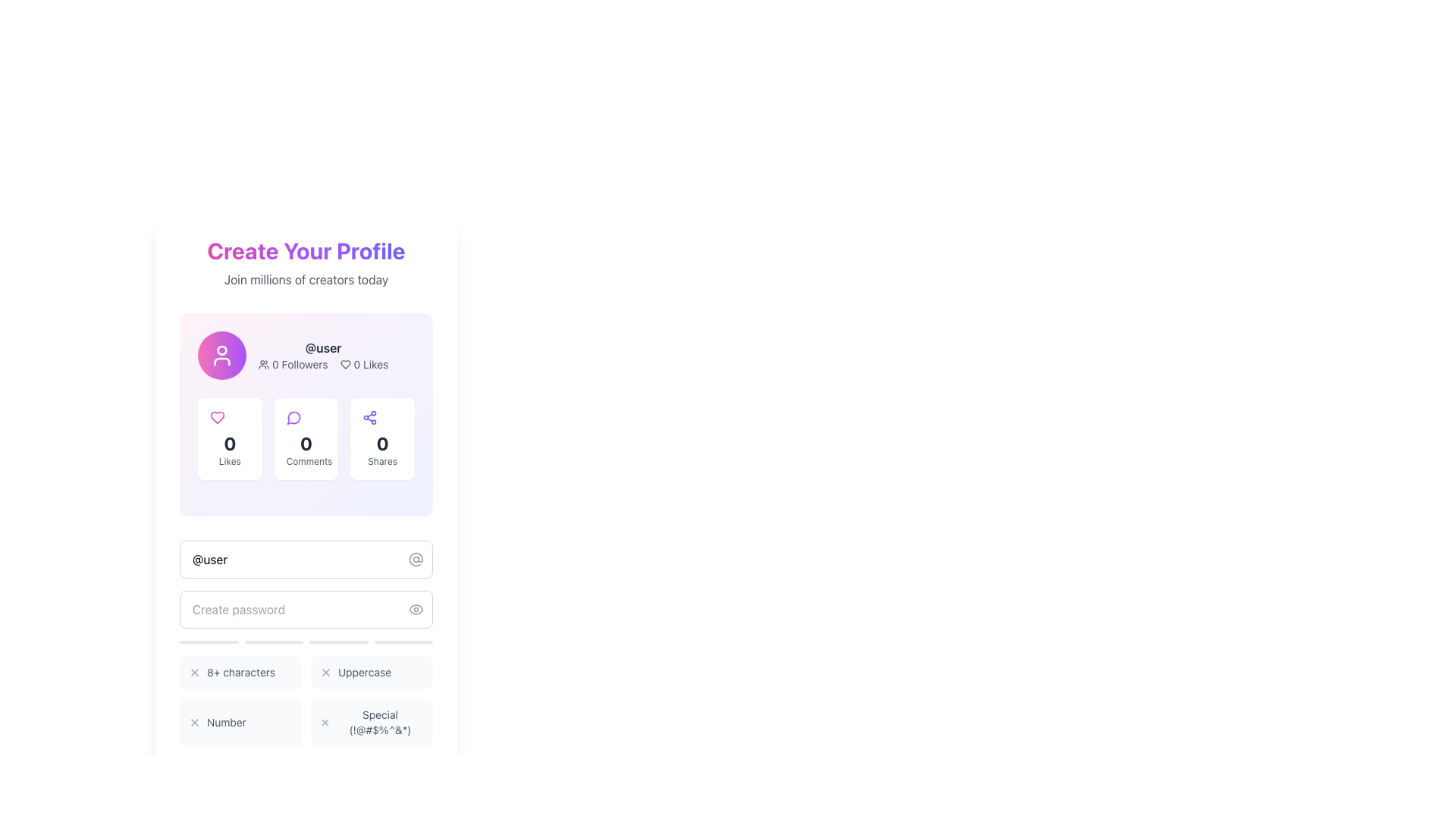 The height and width of the screenshot is (819, 1456). What do you see at coordinates (221, 350) in the screenshot?
I see `the circular user profile icon element, which represents the head of the user illustration, located at the top-center of the icon` at bounding box center [221, 350].